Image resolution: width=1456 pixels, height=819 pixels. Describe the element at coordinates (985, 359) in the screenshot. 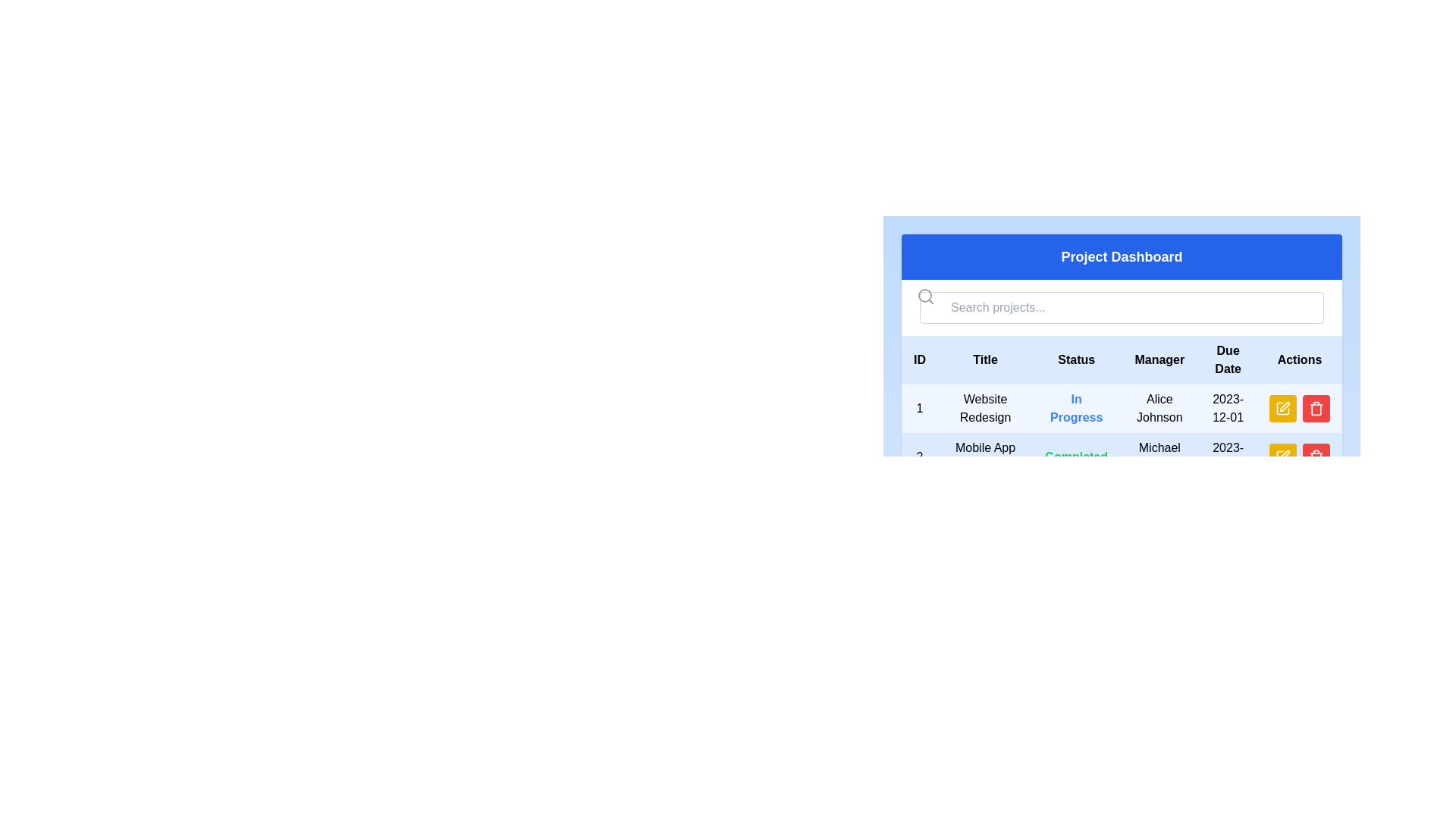

I see `the Text label that serves as the column header for titles or names, positioned between 'ID' and 'Status' in the table` at that location.